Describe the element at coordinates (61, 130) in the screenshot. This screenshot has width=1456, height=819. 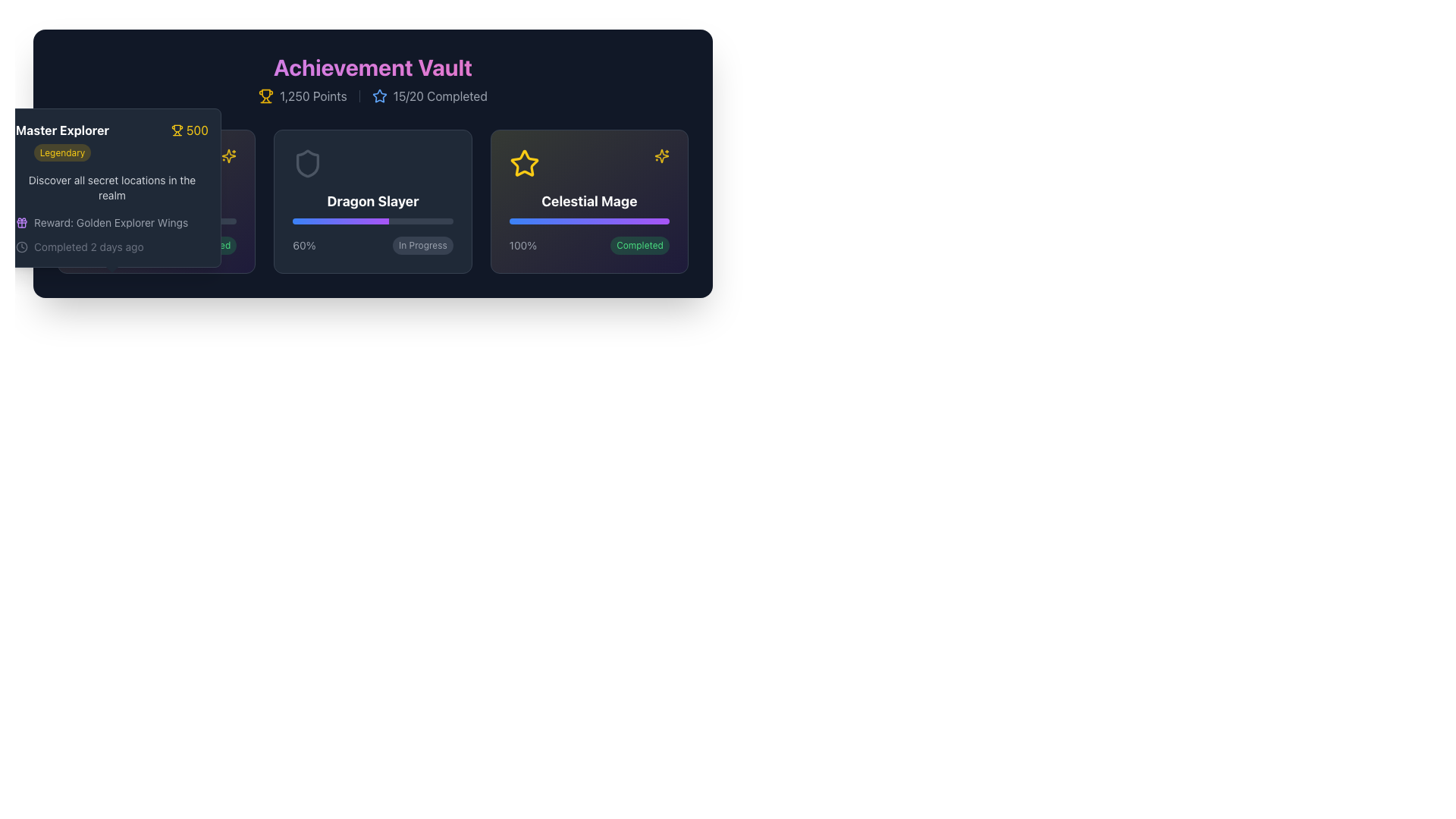
I see `the 'Master Explorer' text label, which is styled in bold white font and positioned at the top of a dark blue card interface` at that location.